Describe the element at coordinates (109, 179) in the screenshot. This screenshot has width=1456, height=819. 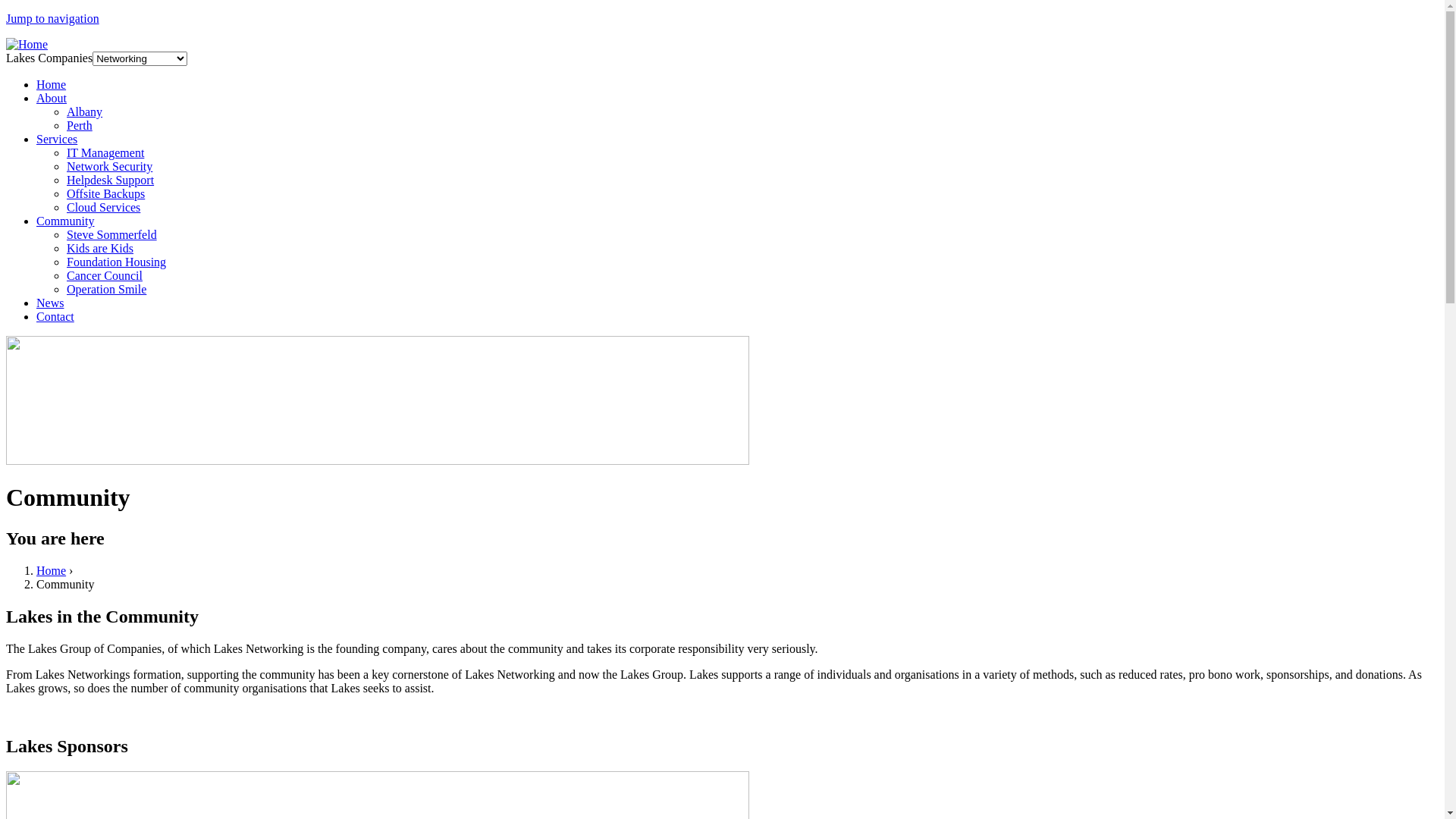
I see `'Helpdesk Support'` at that location.